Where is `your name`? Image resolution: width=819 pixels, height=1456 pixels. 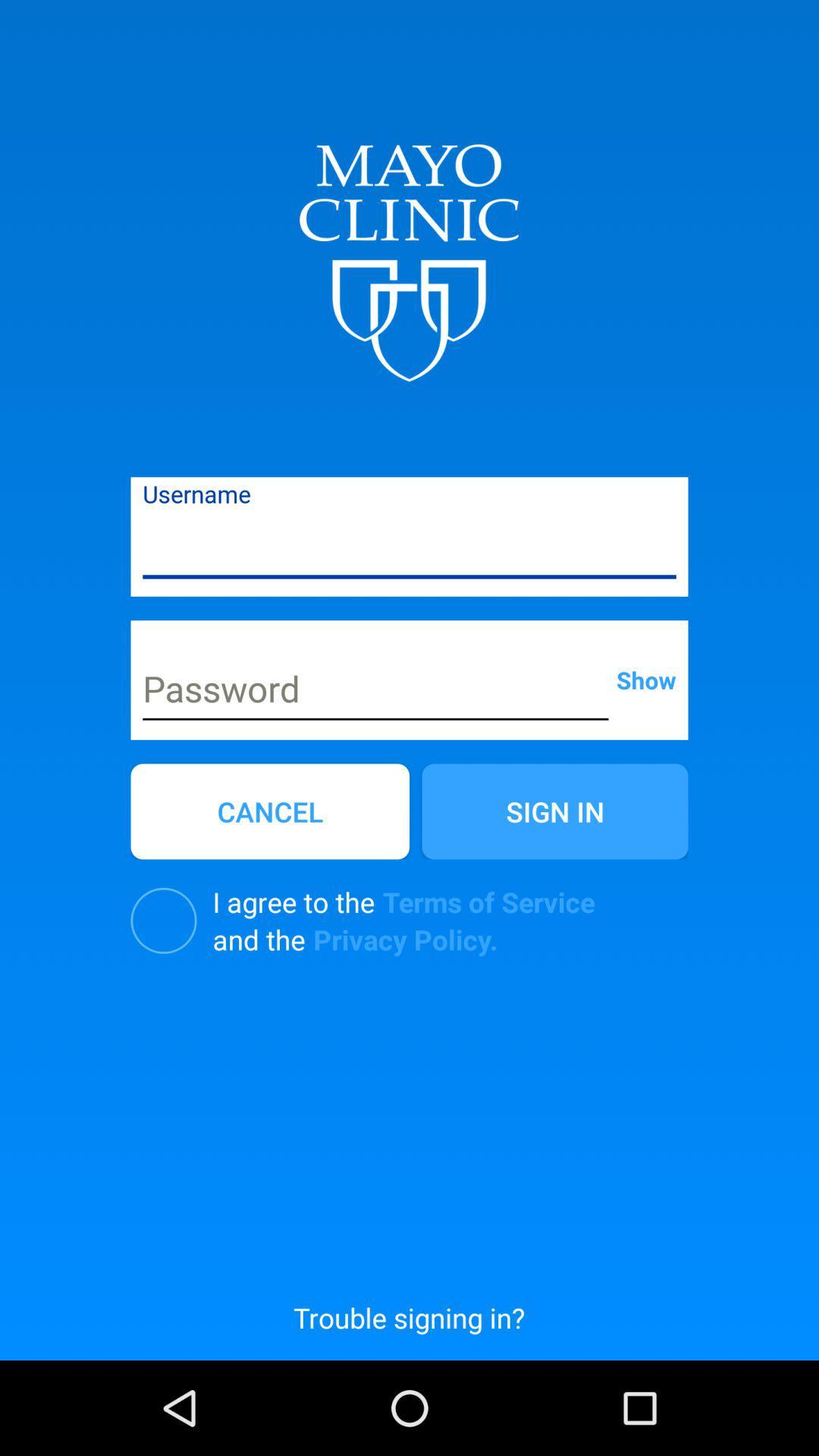 your name is located at coordinates (409, 547).